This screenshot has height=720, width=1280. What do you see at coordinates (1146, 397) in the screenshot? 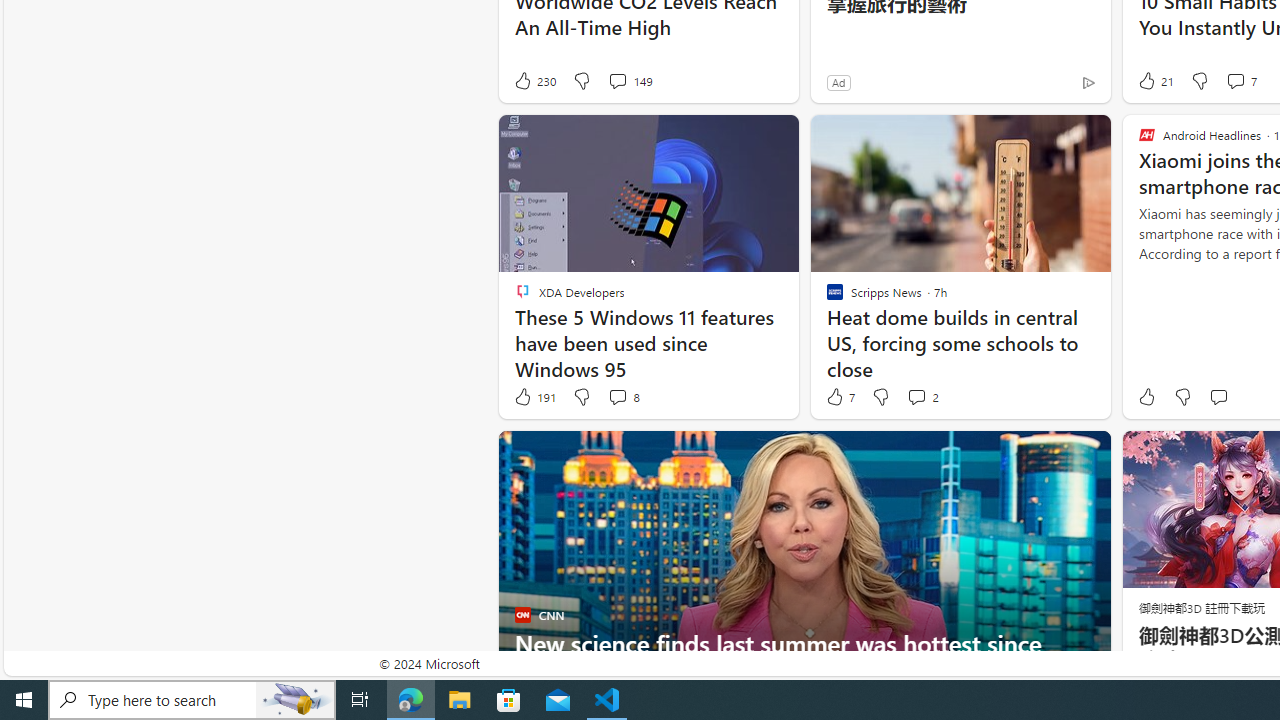
I see `'Like'` at bounding box center [1146, 397].